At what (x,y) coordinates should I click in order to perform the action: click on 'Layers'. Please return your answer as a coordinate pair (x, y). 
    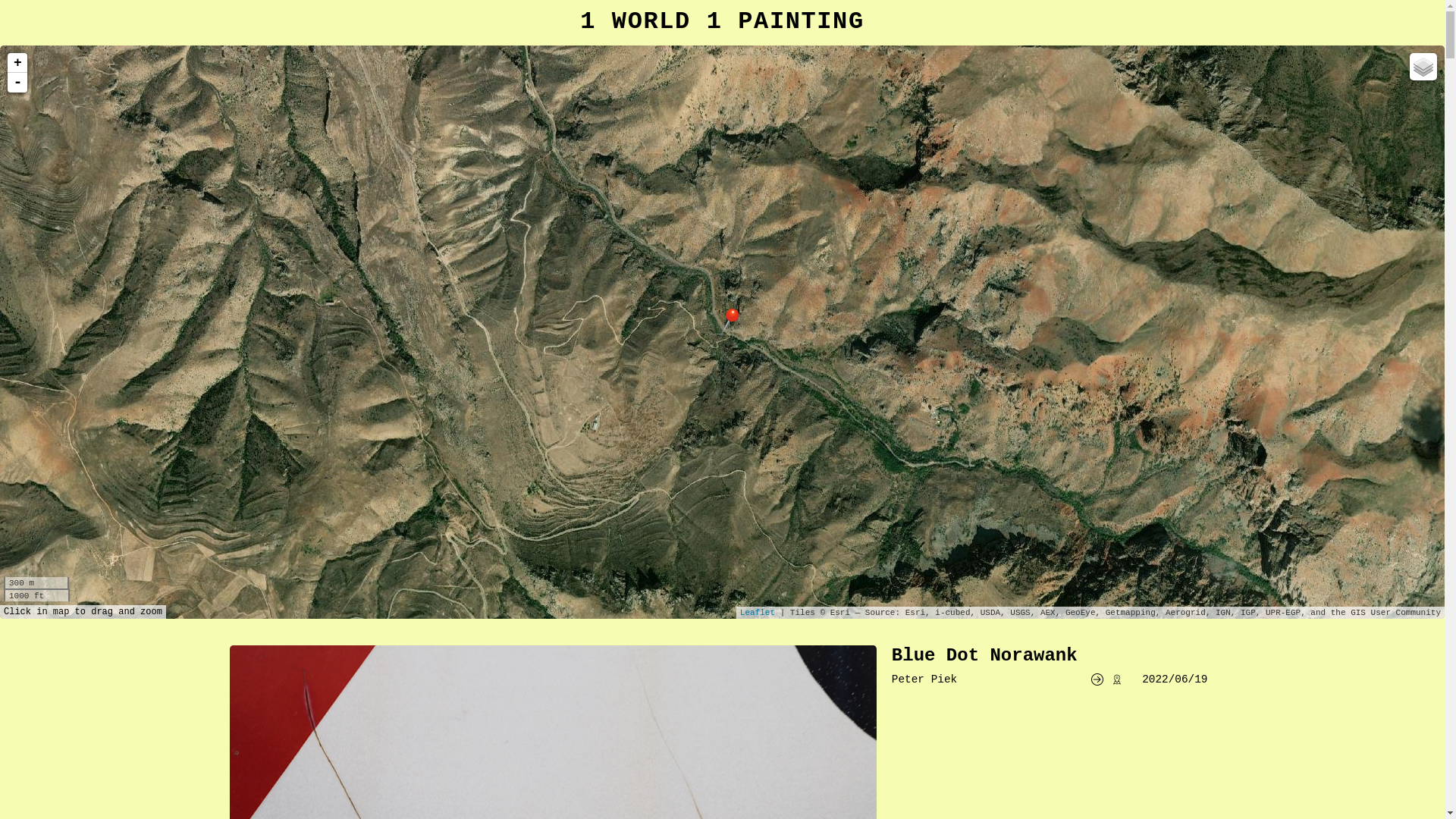
    Looking at the image, I should click on (1422, 66).